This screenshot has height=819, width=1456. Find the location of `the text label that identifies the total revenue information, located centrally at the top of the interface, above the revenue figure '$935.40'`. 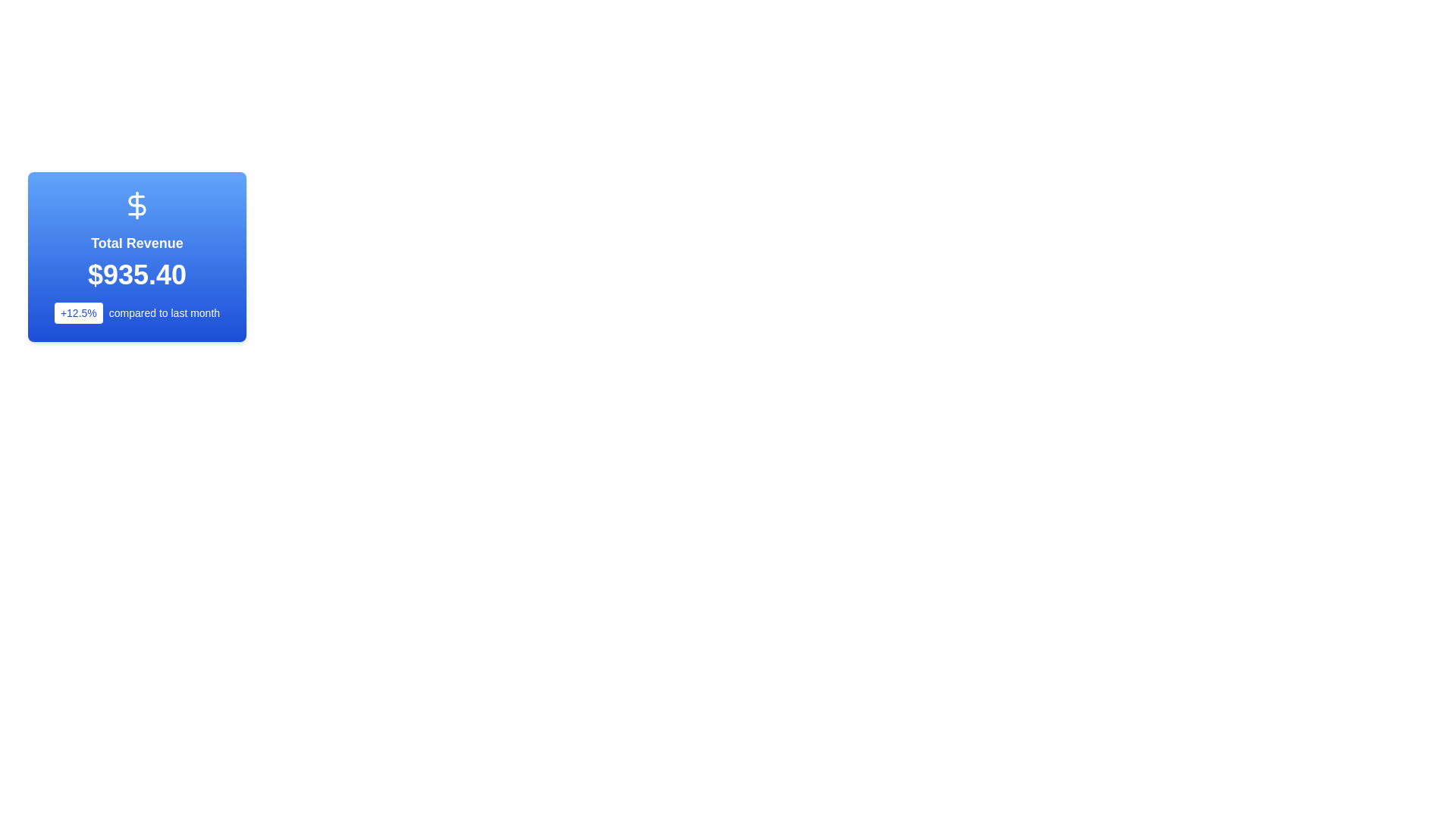

the text label that identifies the total revenue information, located centrally at the top of the interface, above the revenue figure '$935.40' is located at coordinates (137, 242).